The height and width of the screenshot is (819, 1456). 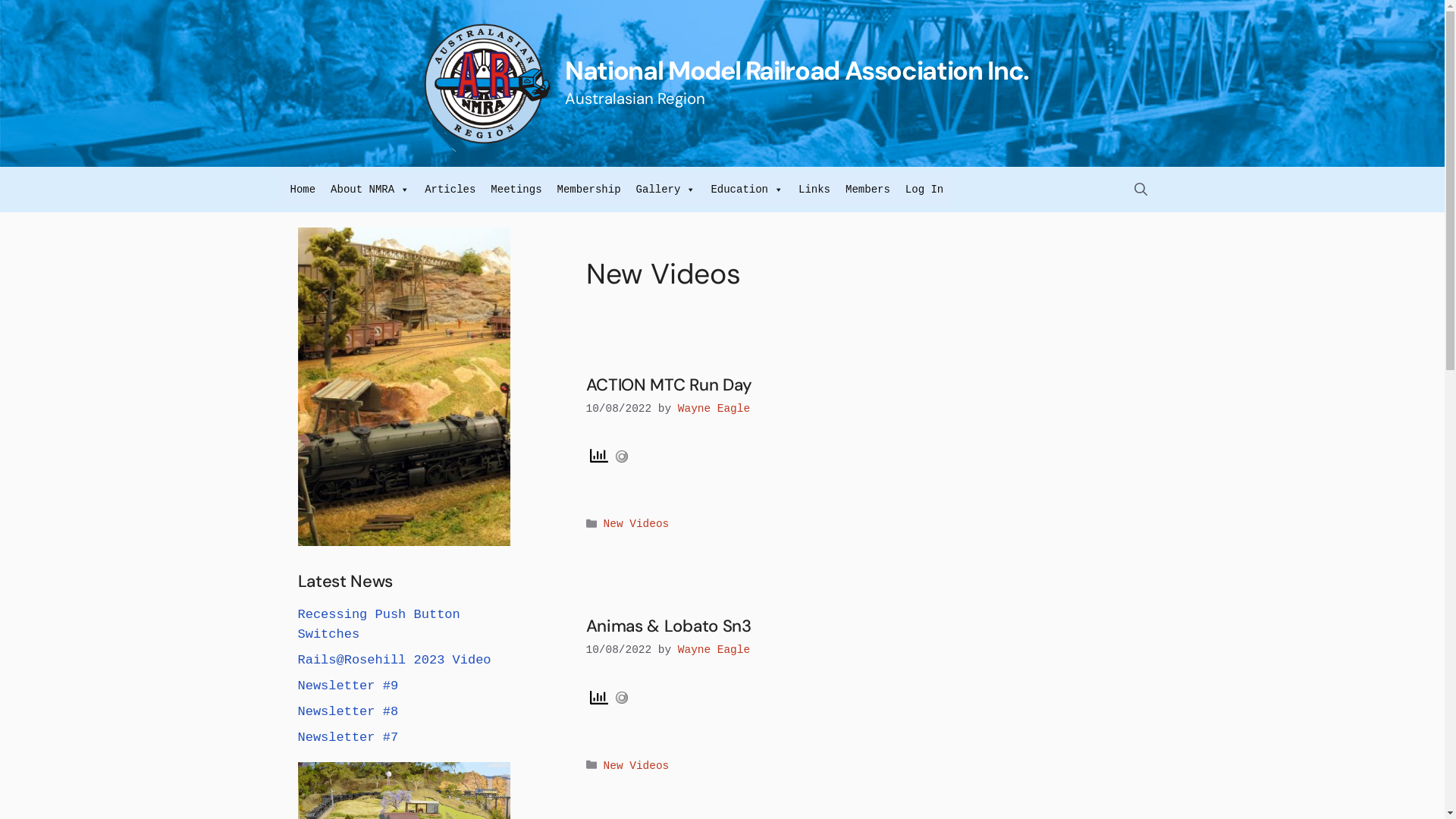 I want to click on 'Newsletter #9', so click(x=347, y=686).